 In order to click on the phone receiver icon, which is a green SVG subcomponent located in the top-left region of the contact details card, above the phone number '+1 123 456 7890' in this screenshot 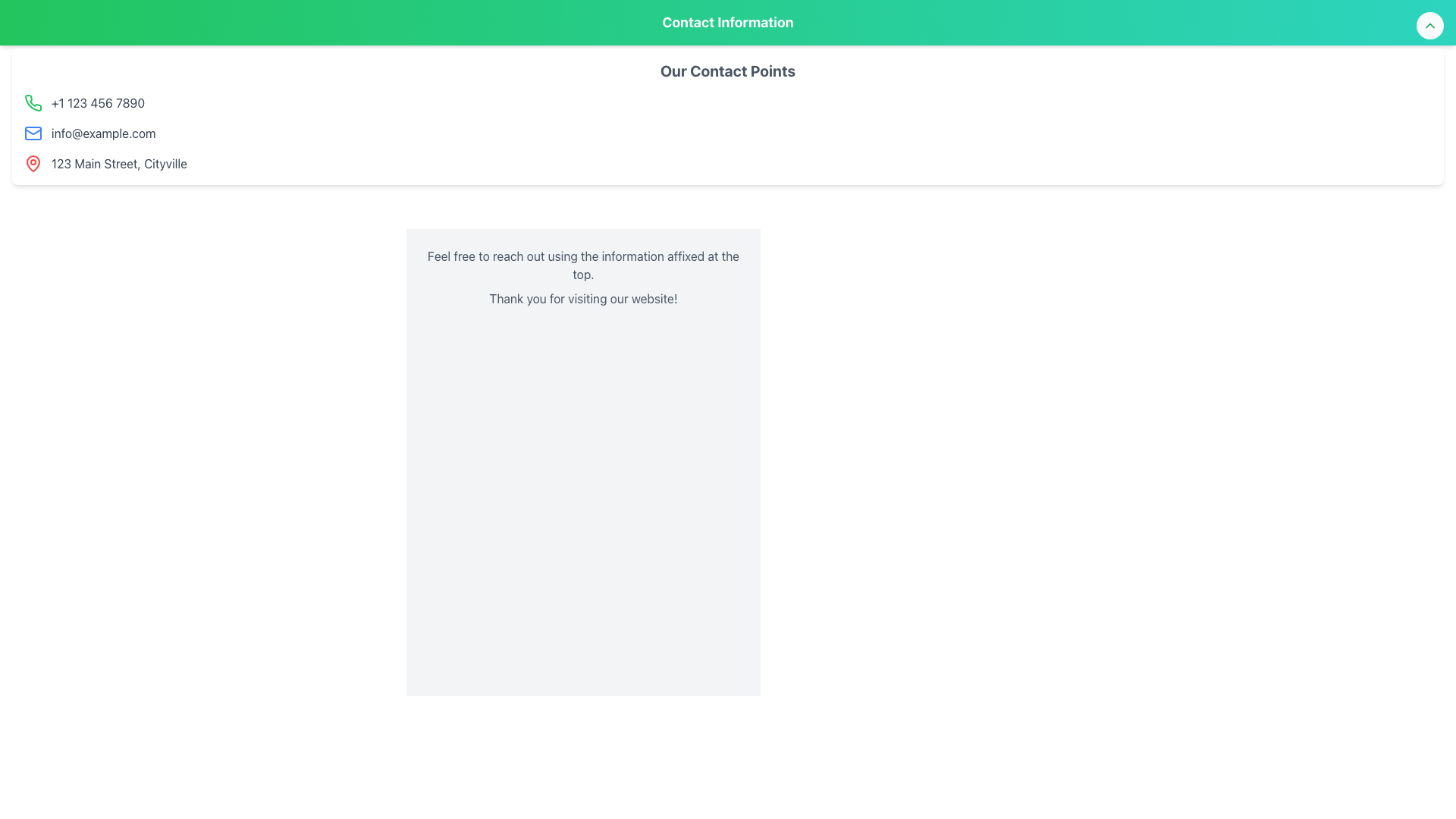, I will do `click(33, 102)`.